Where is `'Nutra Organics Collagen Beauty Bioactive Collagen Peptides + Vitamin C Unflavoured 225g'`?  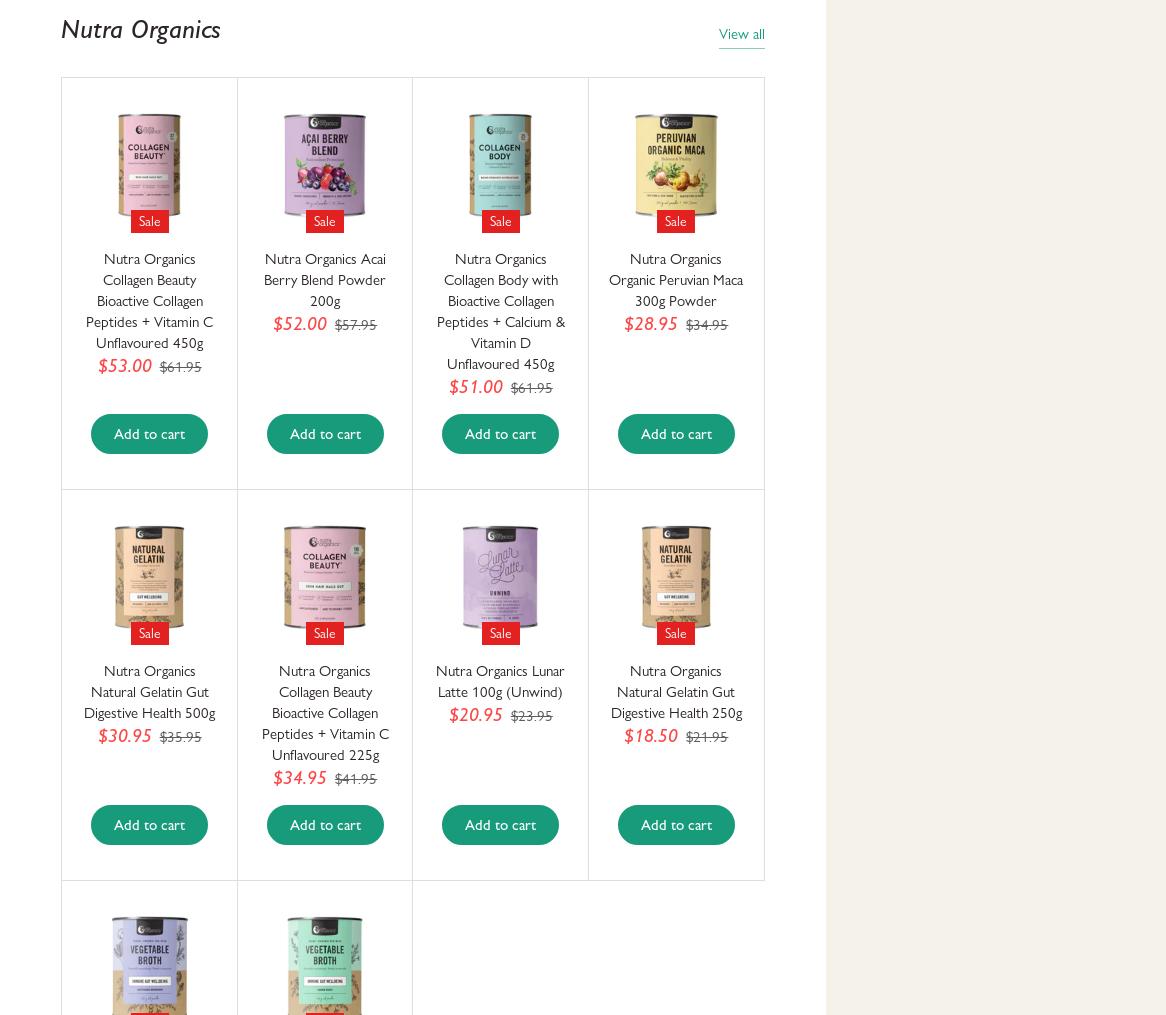 'Nutra Organics Collagen Beauty Bioactive Collagen Peptides + Vitamin C Unflavoured 225g' is located at coordinates (323, 713).